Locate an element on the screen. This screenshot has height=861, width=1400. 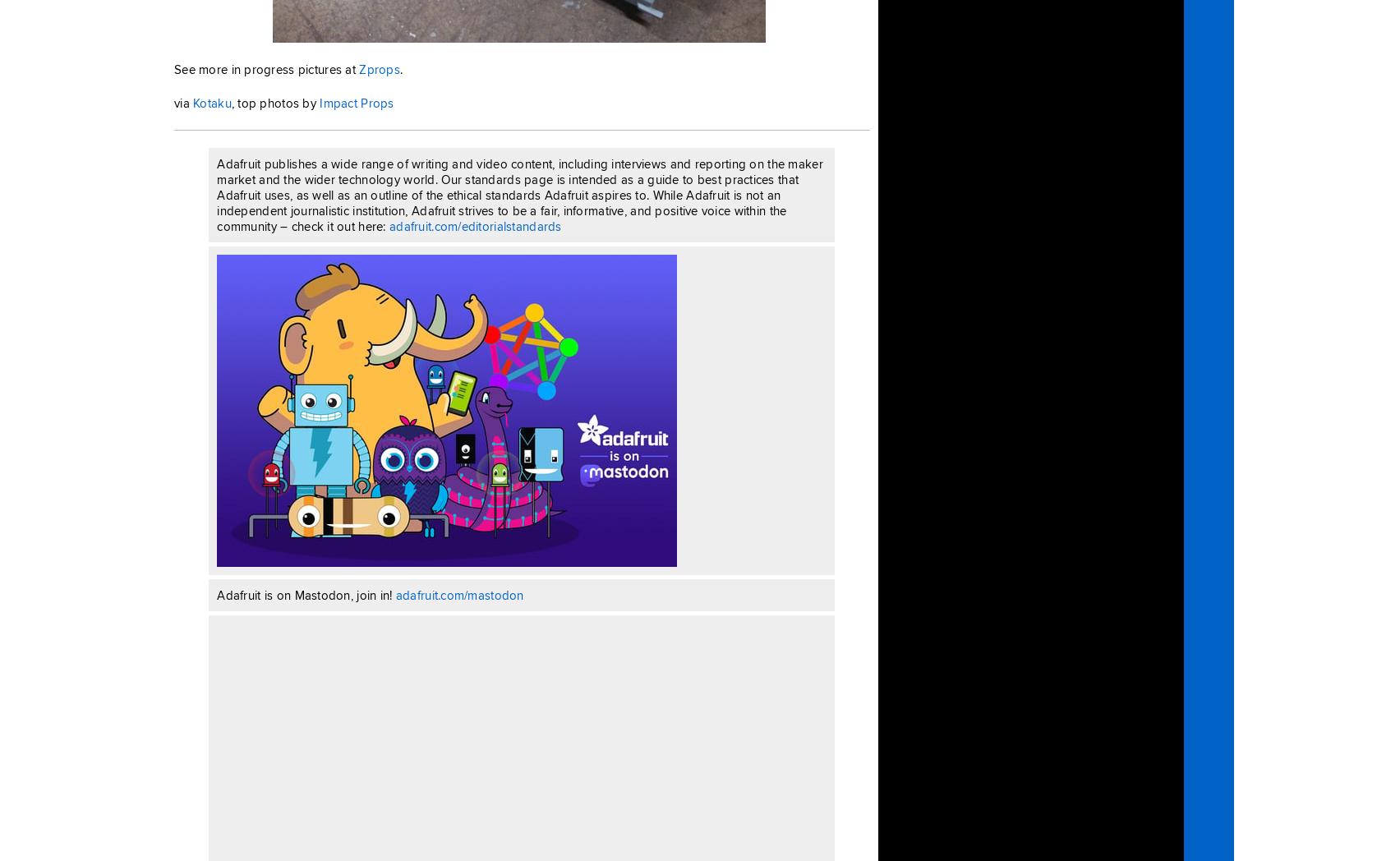
'Impact Props' is located at coordinates (357, 102).